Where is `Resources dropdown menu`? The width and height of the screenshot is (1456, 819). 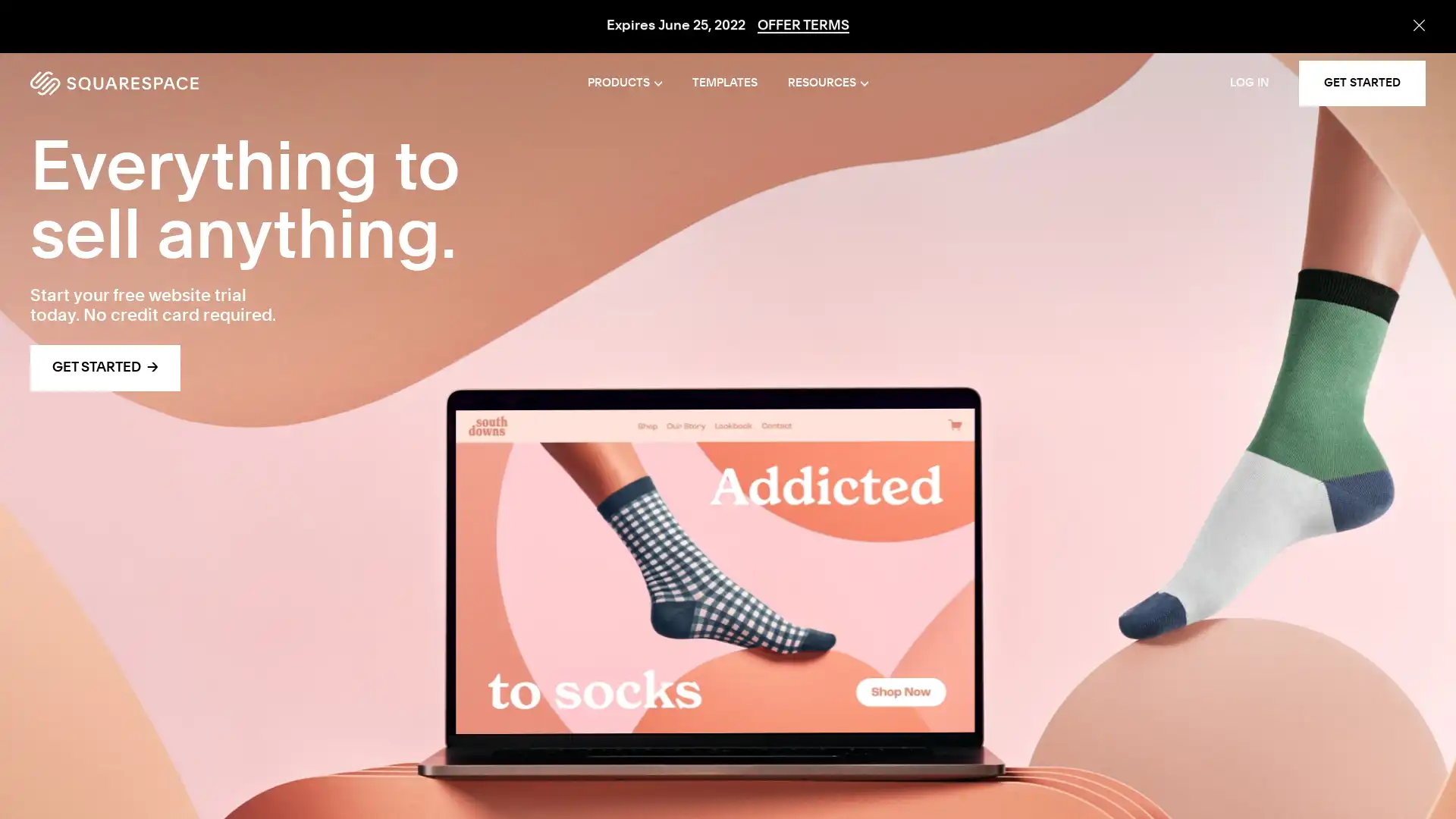 Resources dropdown menu is located at coordinates (827, 83).